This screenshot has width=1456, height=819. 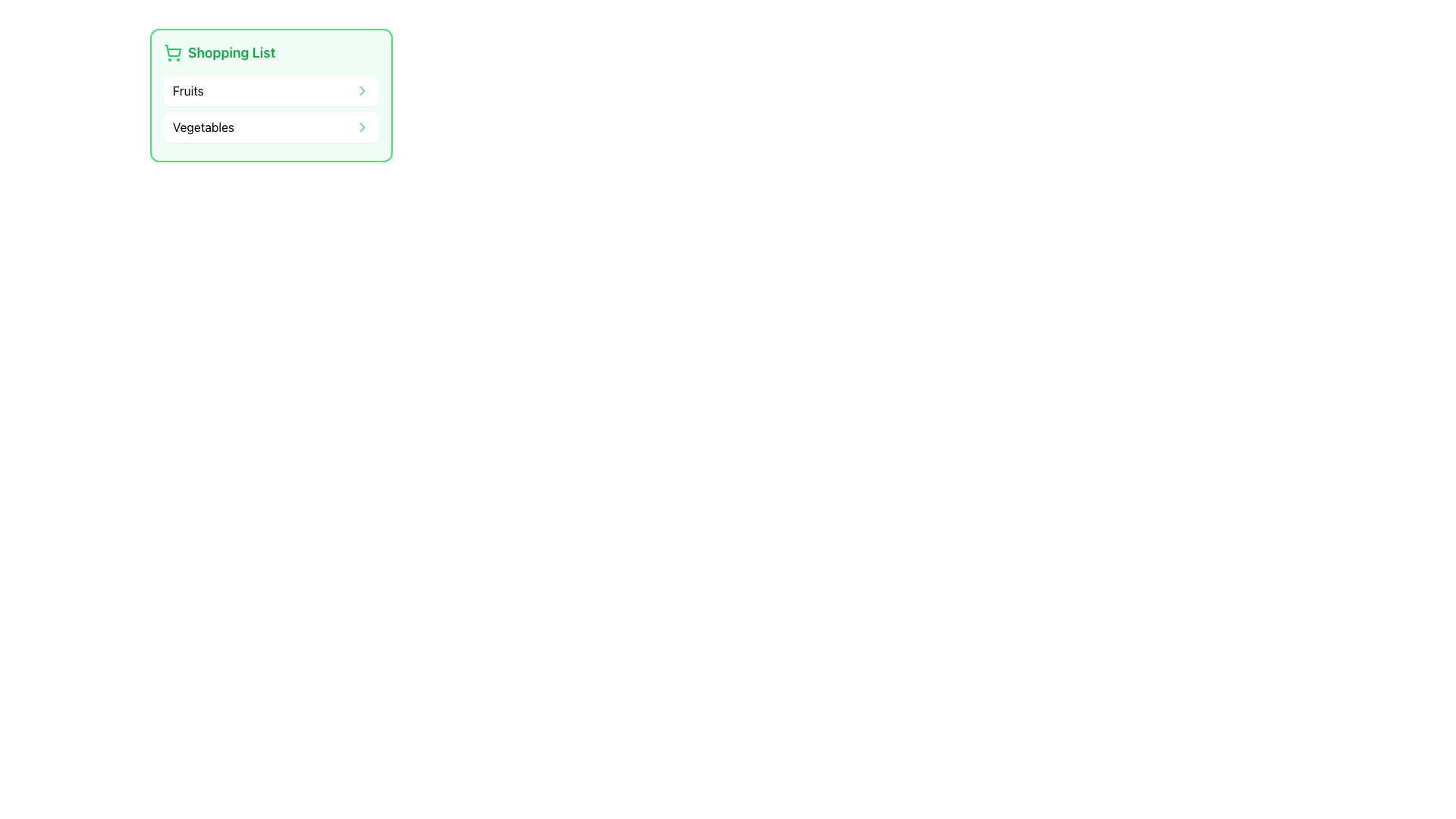 I want to click on the first item in the 'Shopping List' navigation menu, so click(x=271, y=96).